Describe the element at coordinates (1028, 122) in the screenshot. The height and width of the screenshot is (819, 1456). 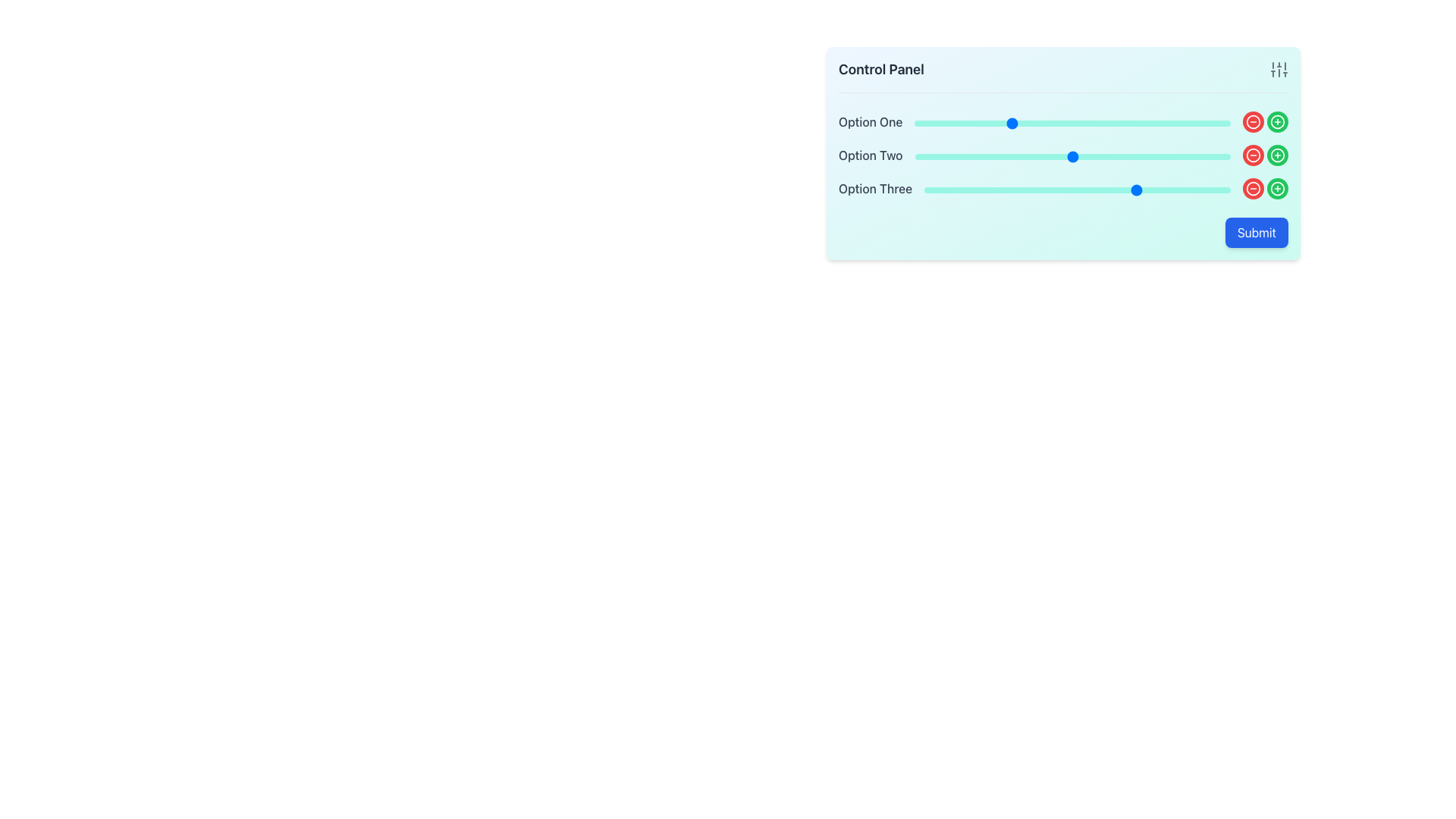
I see `the slider` at that location.